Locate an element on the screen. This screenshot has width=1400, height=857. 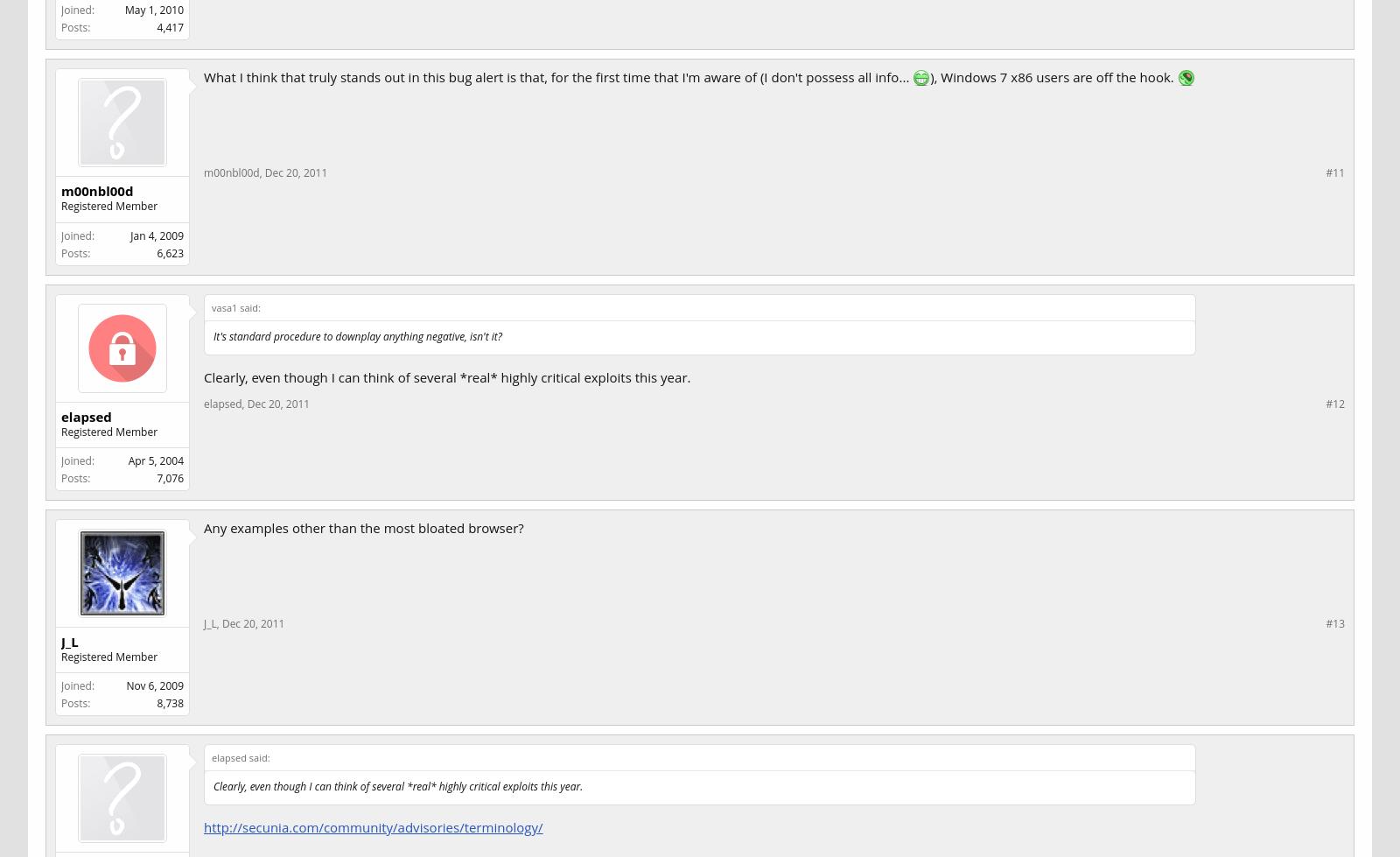
'What I think that truly stands out in this bug alert is that, for the first time that I'm aware of (I don't possess all info...' is located at coordinates (557, 77).